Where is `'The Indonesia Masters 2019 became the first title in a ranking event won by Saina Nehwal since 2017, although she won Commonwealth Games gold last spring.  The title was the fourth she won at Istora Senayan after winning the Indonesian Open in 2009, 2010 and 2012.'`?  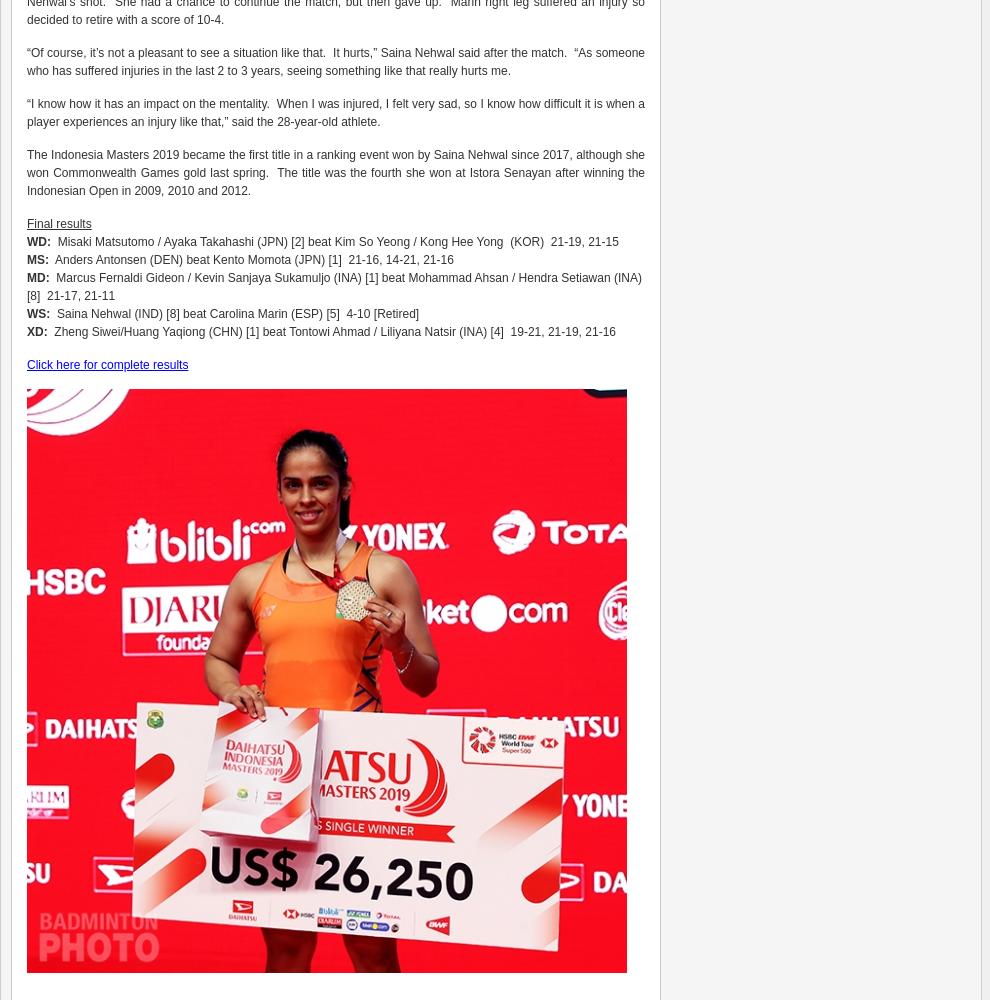 'The Indonesia Masters 2019 became the first title in a ranking event won by Saina Nehwal since 2017, although she won Commonwealth Games gold last spring.  The title was the fourth she won at Istora Senayan after winning the Indonesian Open in 2009, 2010 and 2012.' is located at coordinates (335, 173).